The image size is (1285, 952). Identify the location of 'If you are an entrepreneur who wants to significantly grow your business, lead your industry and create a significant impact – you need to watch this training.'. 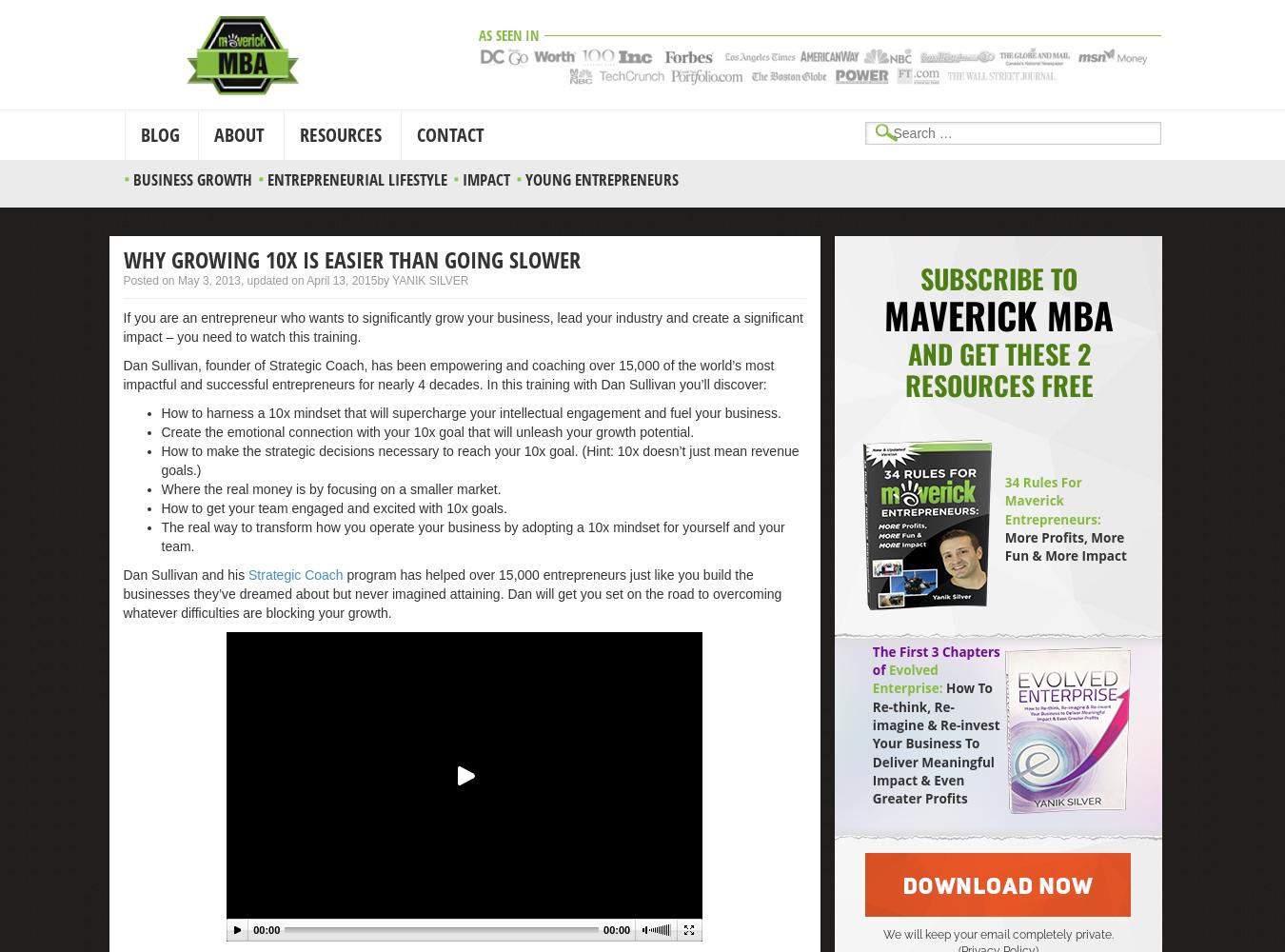
(462, 326).